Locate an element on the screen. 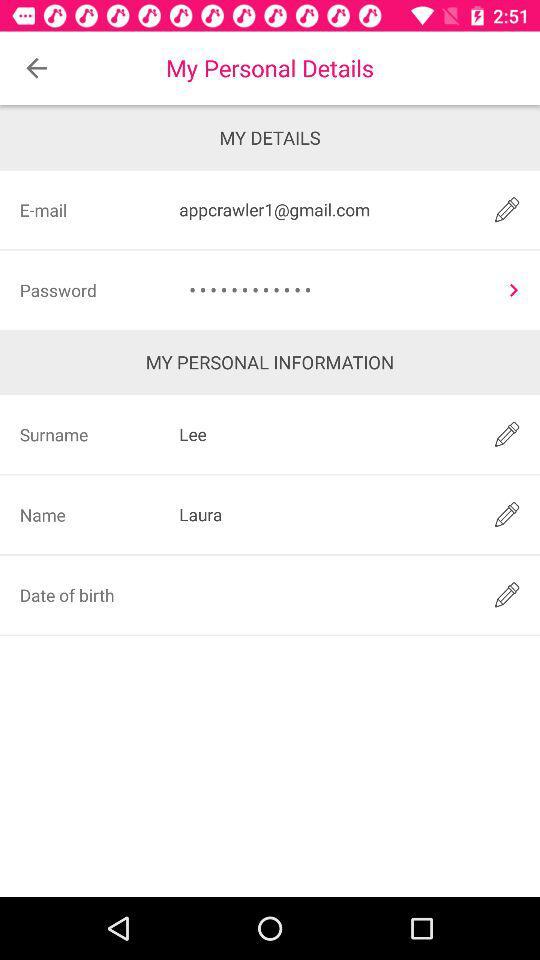  item to the right of the password item is located at coordinates (334, 289).